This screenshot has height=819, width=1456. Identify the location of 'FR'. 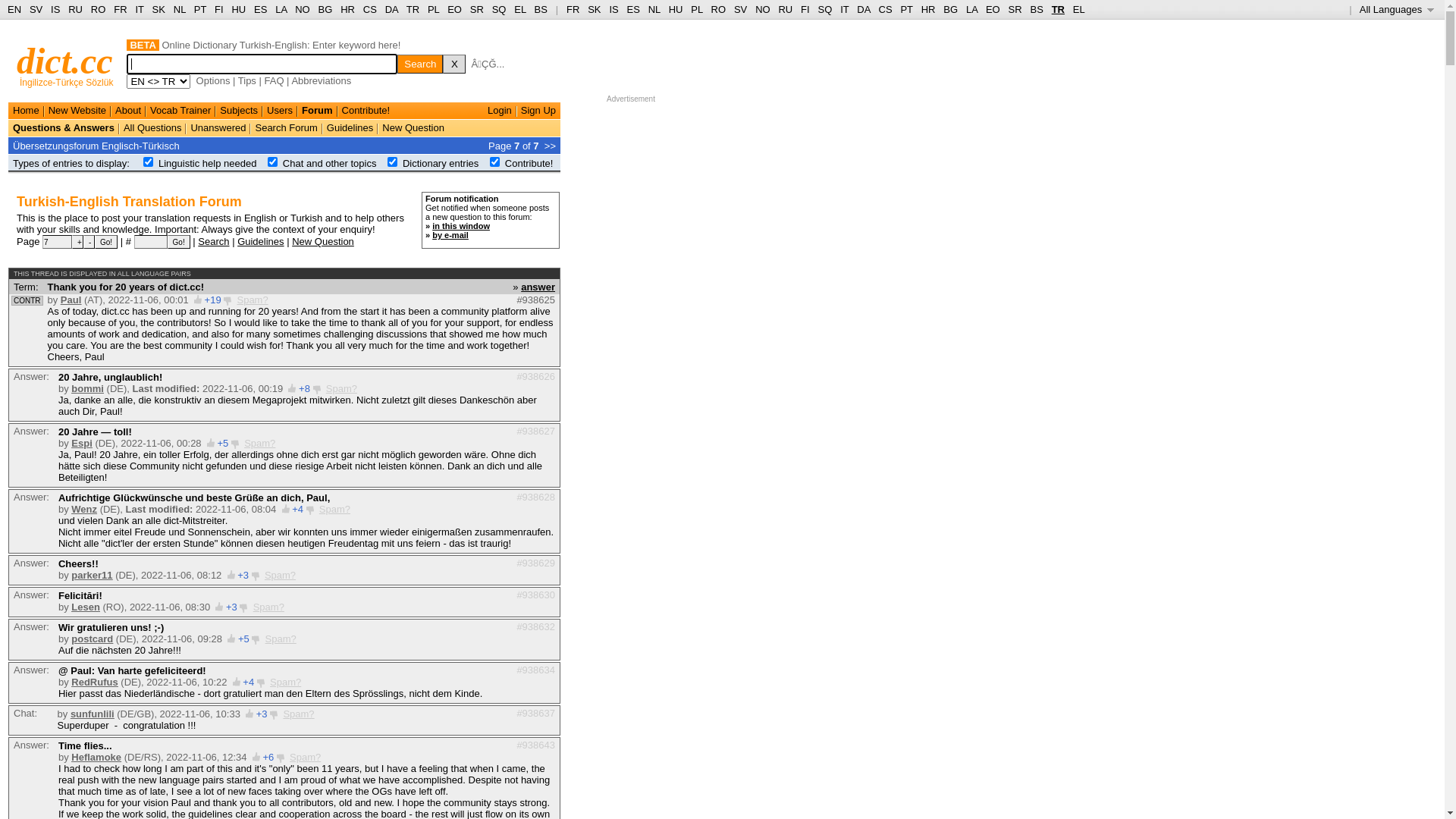
(566, 9).